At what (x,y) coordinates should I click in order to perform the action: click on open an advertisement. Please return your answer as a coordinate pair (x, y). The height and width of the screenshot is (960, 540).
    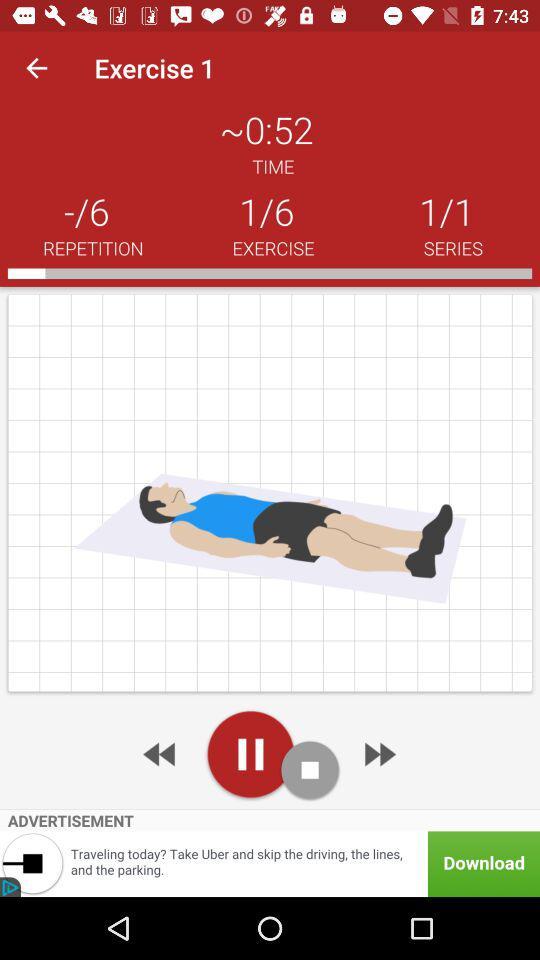
    Looking at the image, I should click on (270, 863).